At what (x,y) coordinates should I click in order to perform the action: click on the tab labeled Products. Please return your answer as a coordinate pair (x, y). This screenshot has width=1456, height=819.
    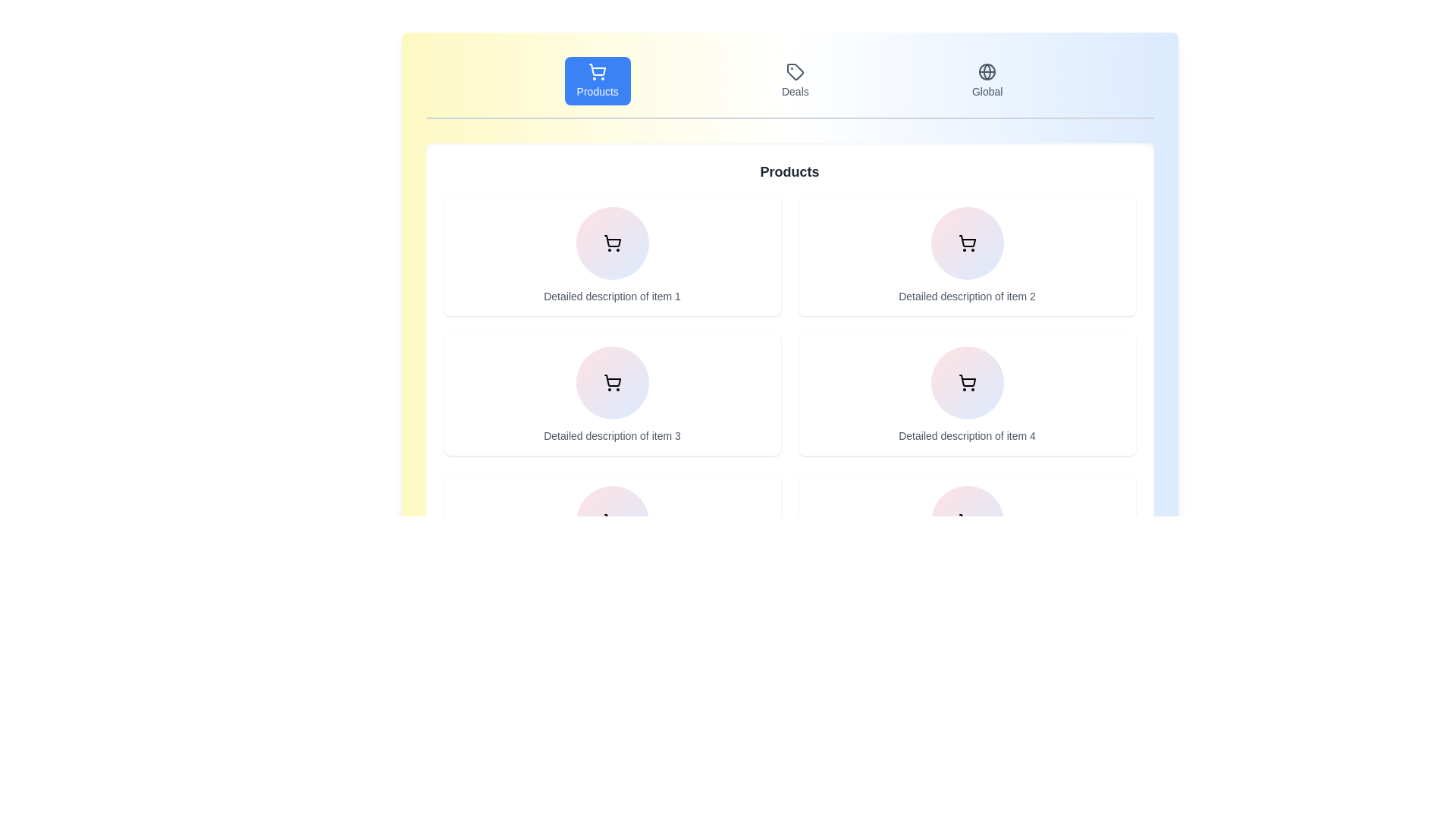
    Looking at the image, I should click on (596, 81).